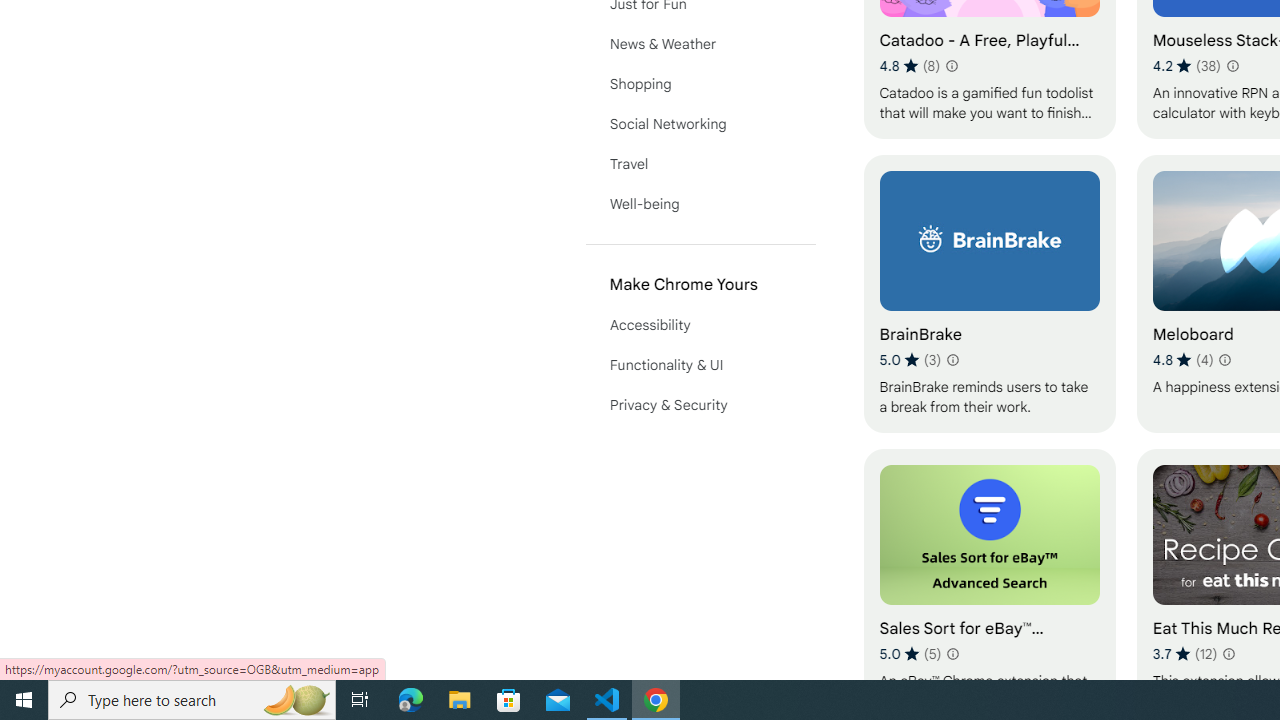 This screenshot has height=720, width=1280. What do you see at coordinates (700, 324) in the screenshot?
I see `'Accessibility'` at bounding box center [700, 324].